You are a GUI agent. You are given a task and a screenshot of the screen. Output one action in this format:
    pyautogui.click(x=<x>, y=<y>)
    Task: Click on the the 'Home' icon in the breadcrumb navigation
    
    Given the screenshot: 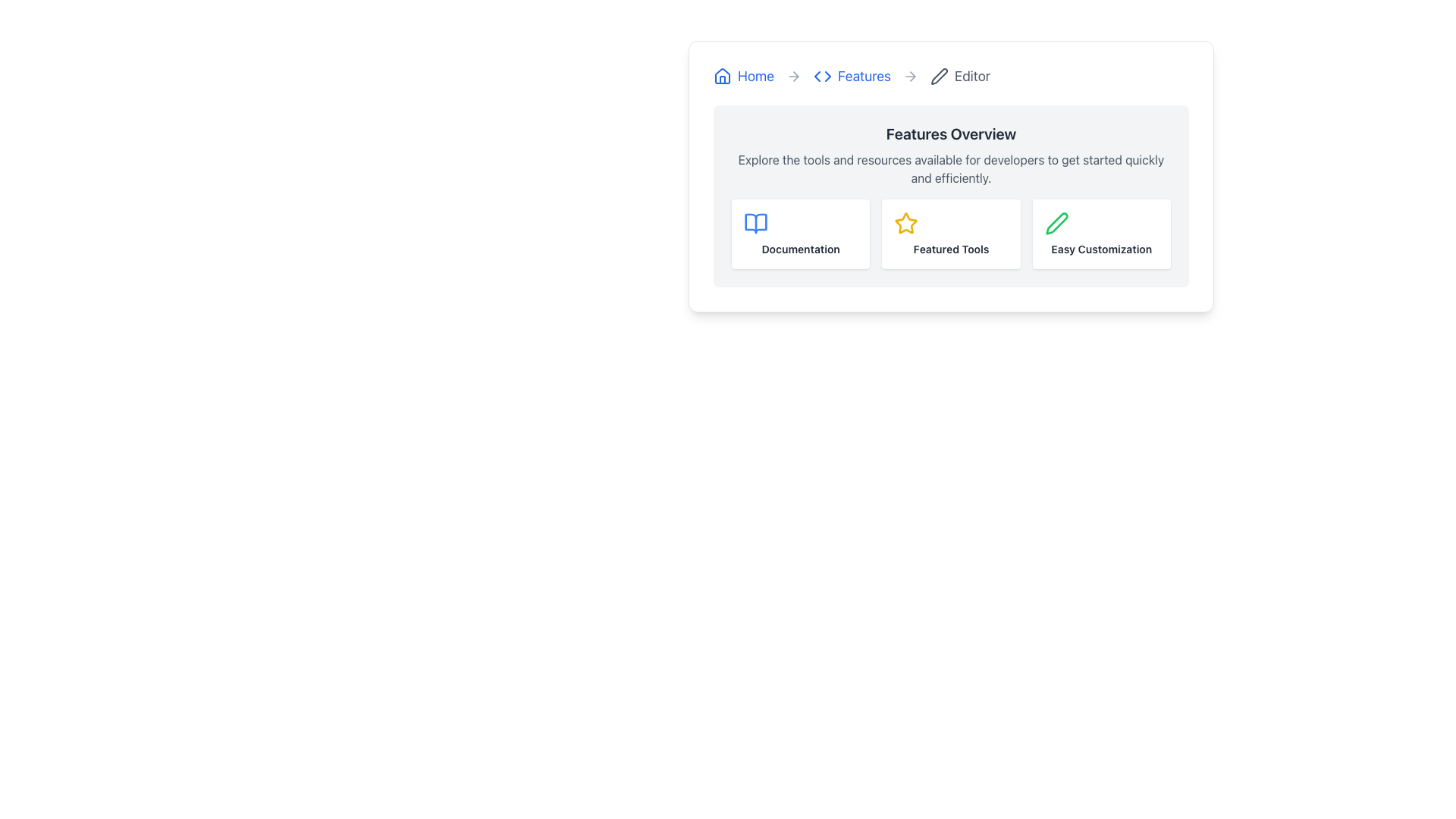 What is the action you would take?
    pyautogui.click(x=722, y=76)
    